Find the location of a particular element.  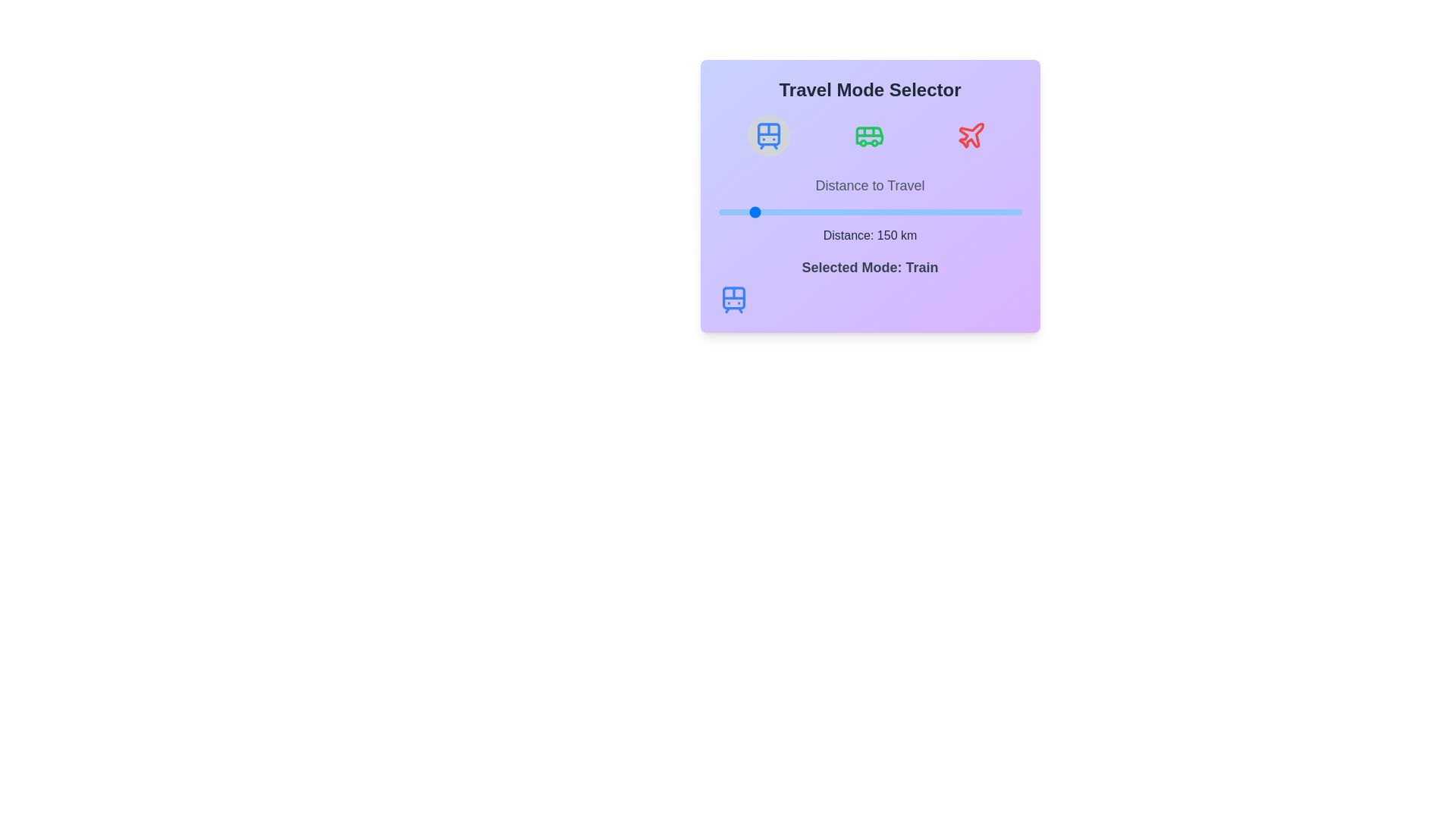

the travel mode Bus is located at coordinates (870, 134).